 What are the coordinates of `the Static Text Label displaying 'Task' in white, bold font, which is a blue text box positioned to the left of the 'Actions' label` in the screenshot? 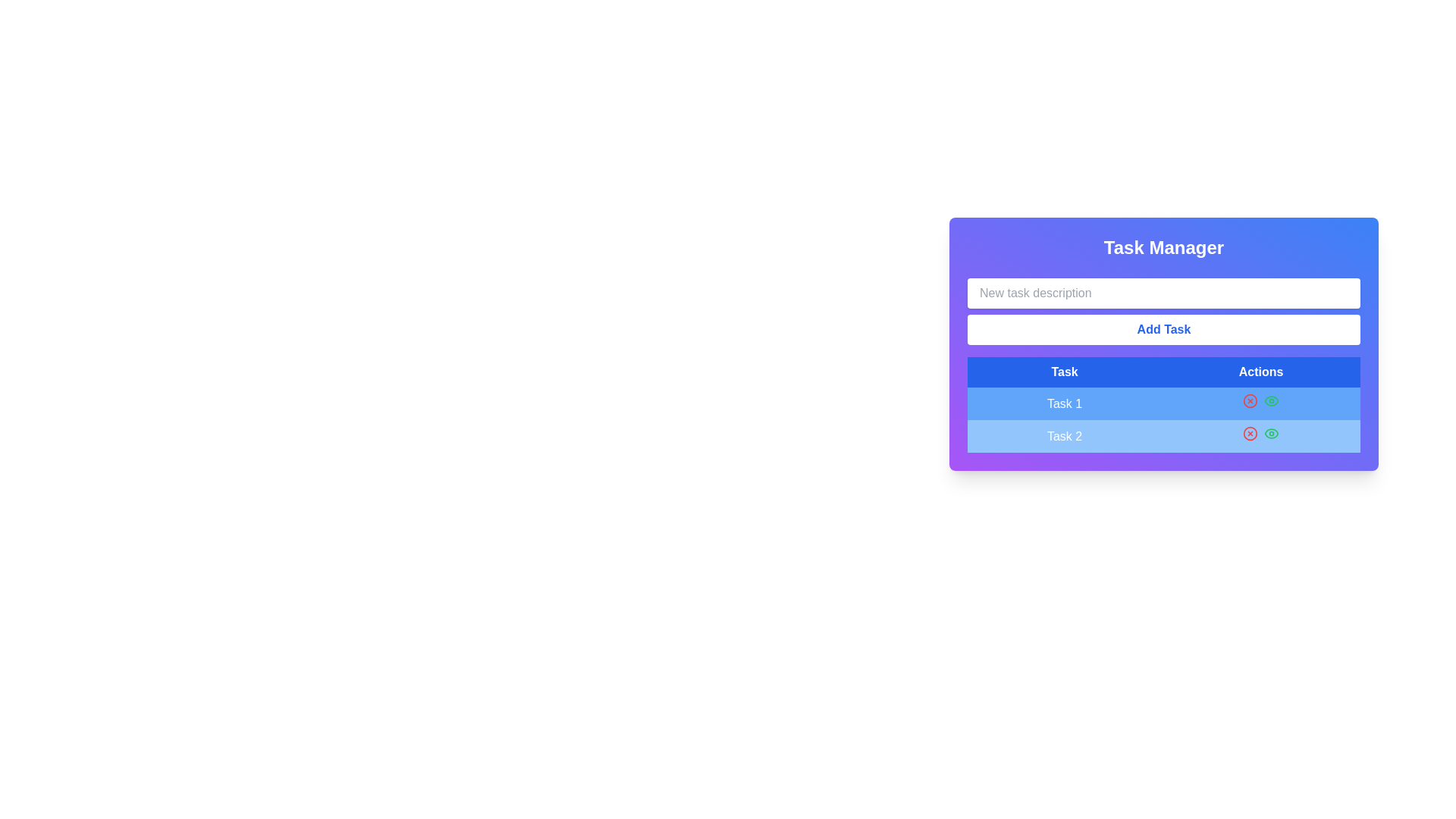 It's located at (1064, 372).